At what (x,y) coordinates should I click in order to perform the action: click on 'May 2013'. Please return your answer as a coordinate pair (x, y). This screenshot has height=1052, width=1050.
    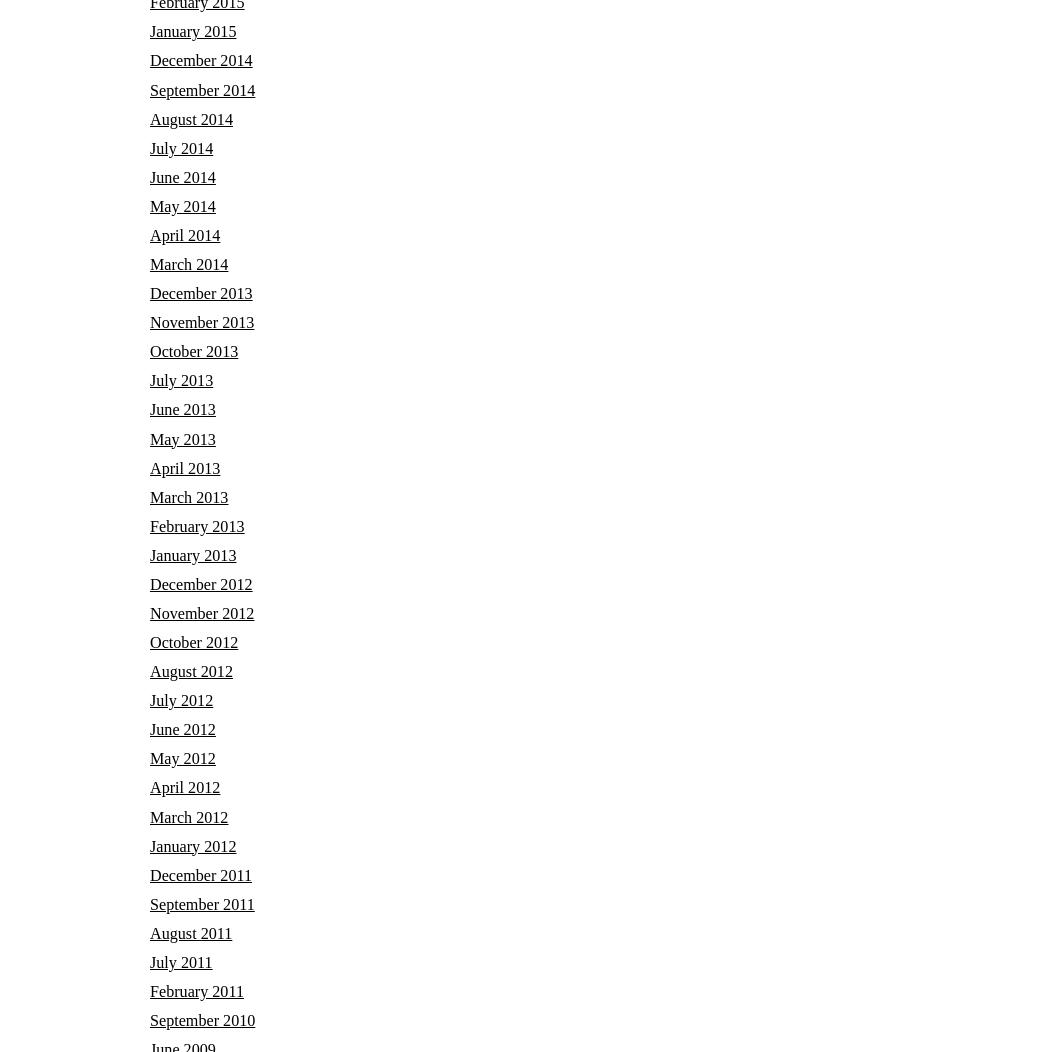
    Looking at the image, I should click on (182, 437).